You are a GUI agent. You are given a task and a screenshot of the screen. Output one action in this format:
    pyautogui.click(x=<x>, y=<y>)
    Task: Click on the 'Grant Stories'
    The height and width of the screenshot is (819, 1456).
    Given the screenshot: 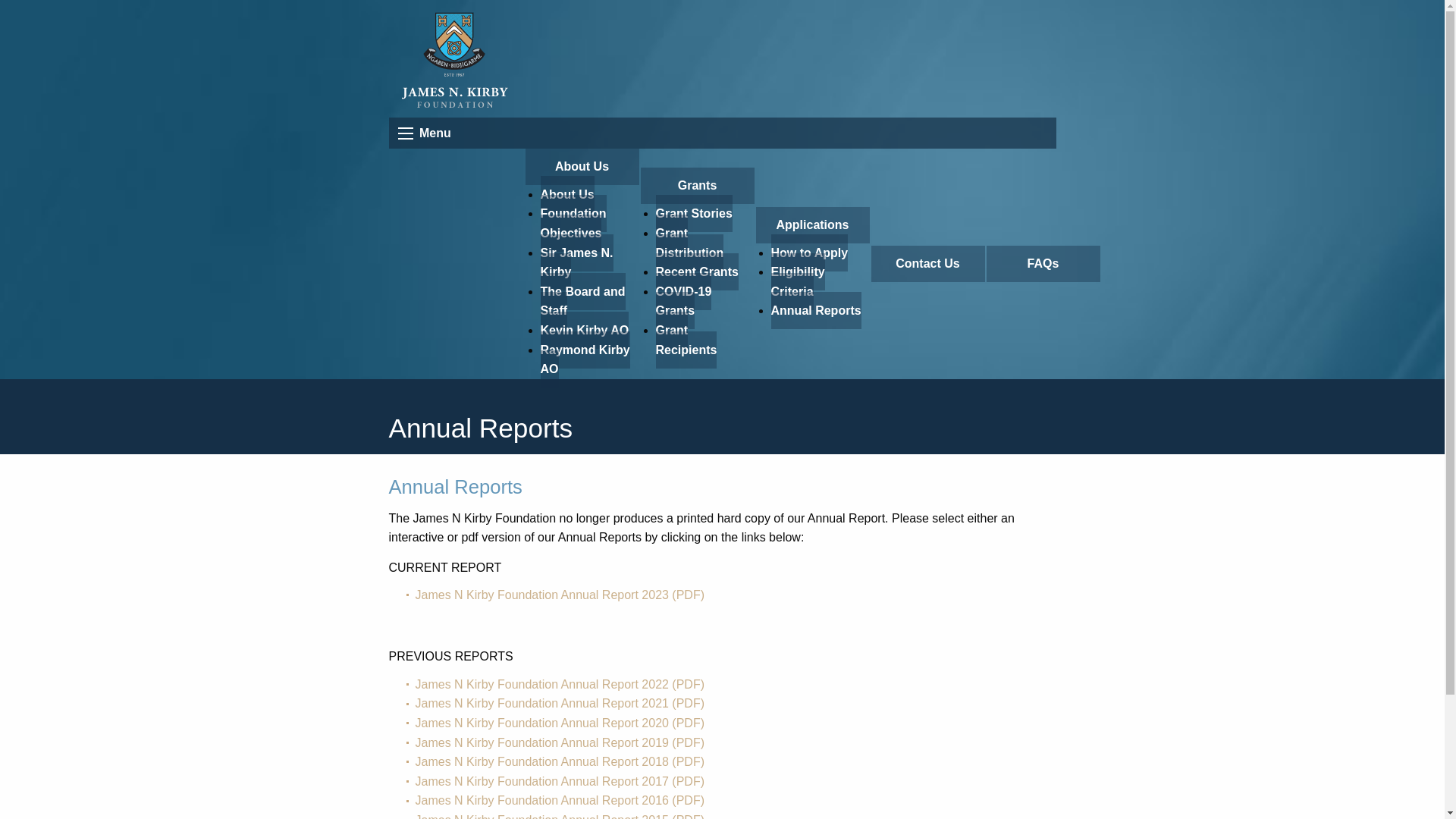 What is the action you would take?
    pyautogui.click(x=692, y=213)
    